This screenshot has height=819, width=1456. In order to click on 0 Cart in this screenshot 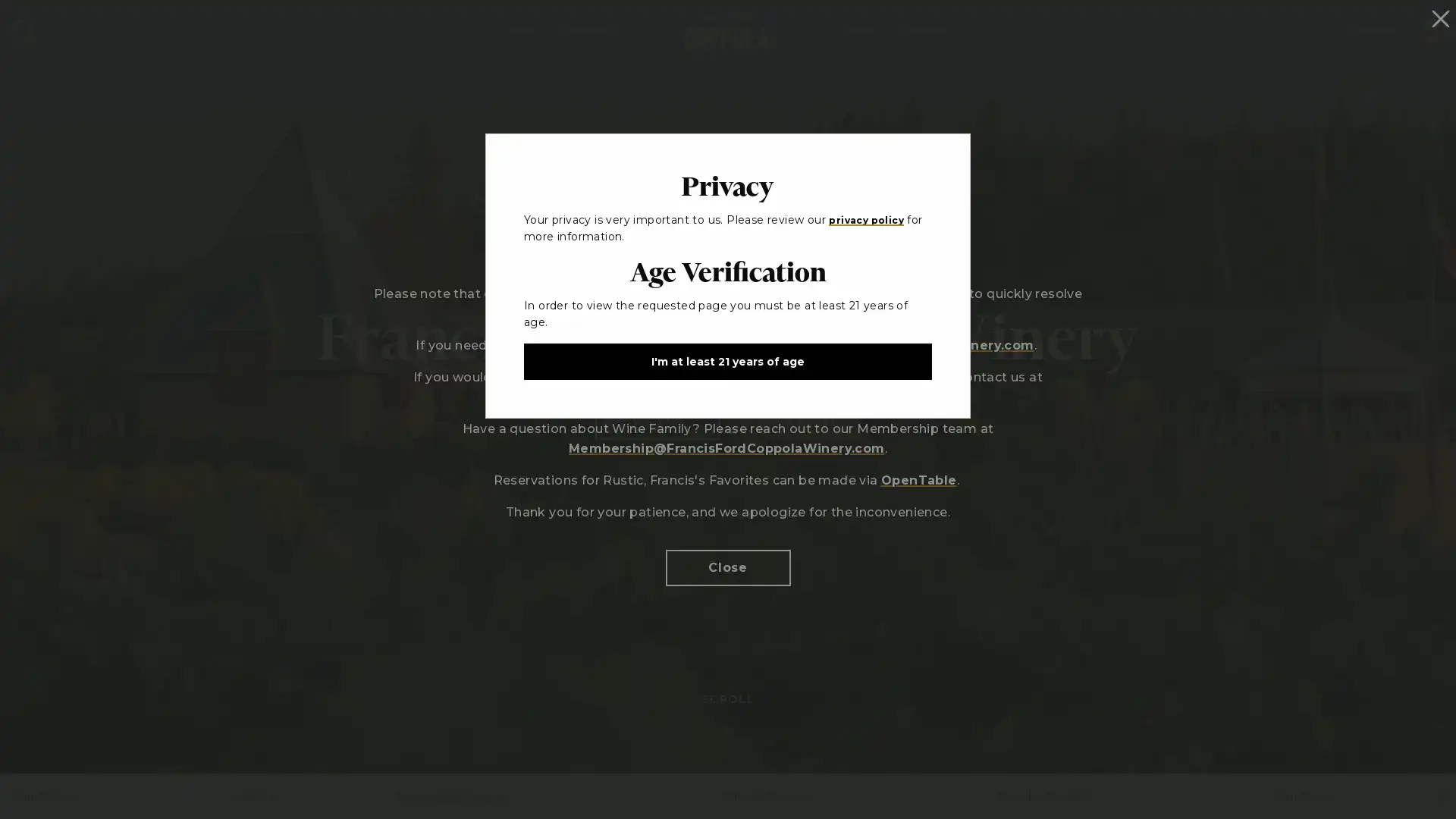, I will do `click(1430, 29)`.